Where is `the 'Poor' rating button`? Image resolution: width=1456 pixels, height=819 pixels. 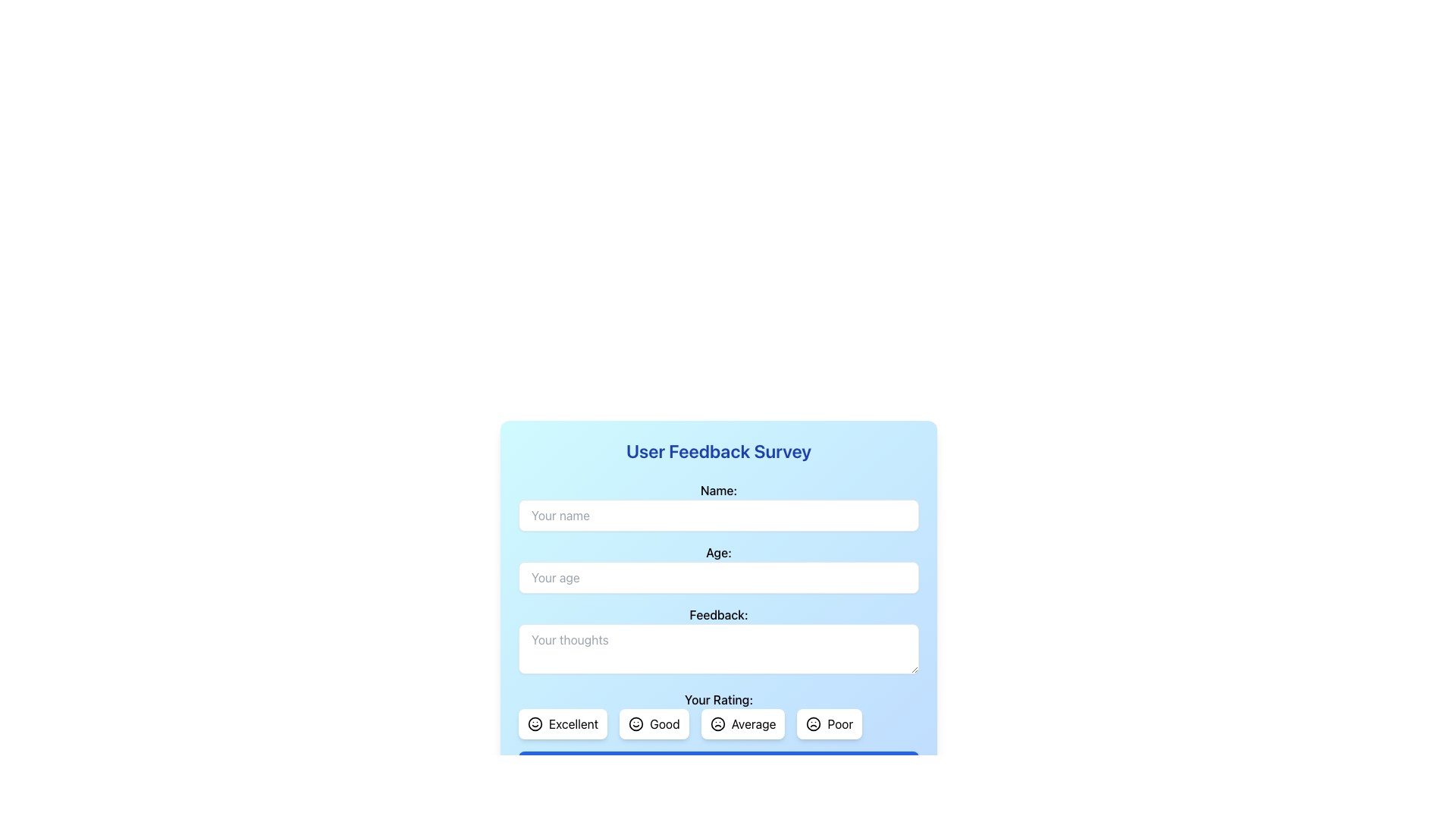
the 'Poor' rating button is located at coordinates (839, 723).